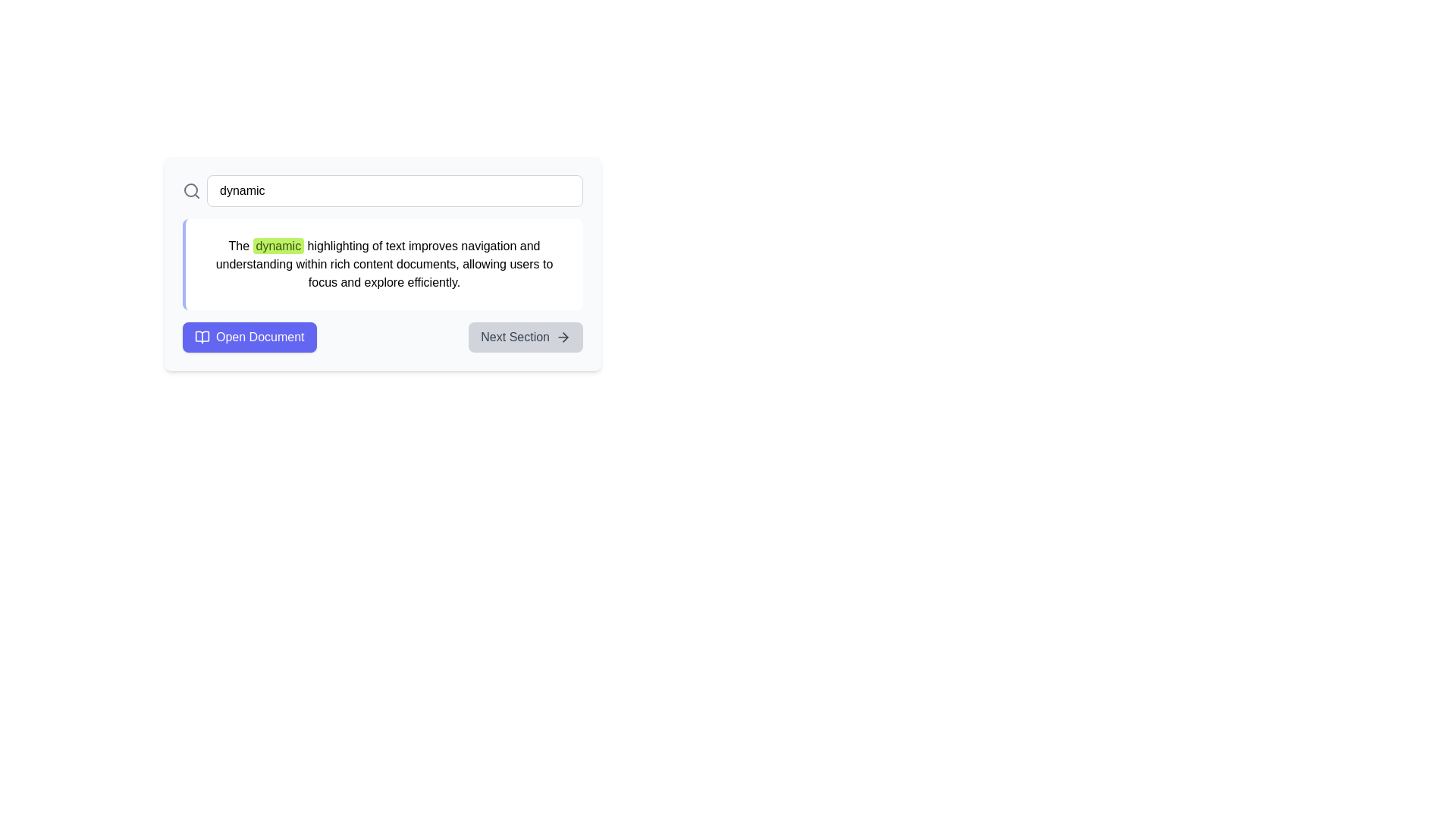 This screenshot has width=1456, height=819. What do you see at coordinates (382, 263) in the screenshot?
I see `the Descriptive Text Box located centrally beneath the search bar, above the 'Open Document' and 'Next Section' buttons` at bounding box center [382, 263].